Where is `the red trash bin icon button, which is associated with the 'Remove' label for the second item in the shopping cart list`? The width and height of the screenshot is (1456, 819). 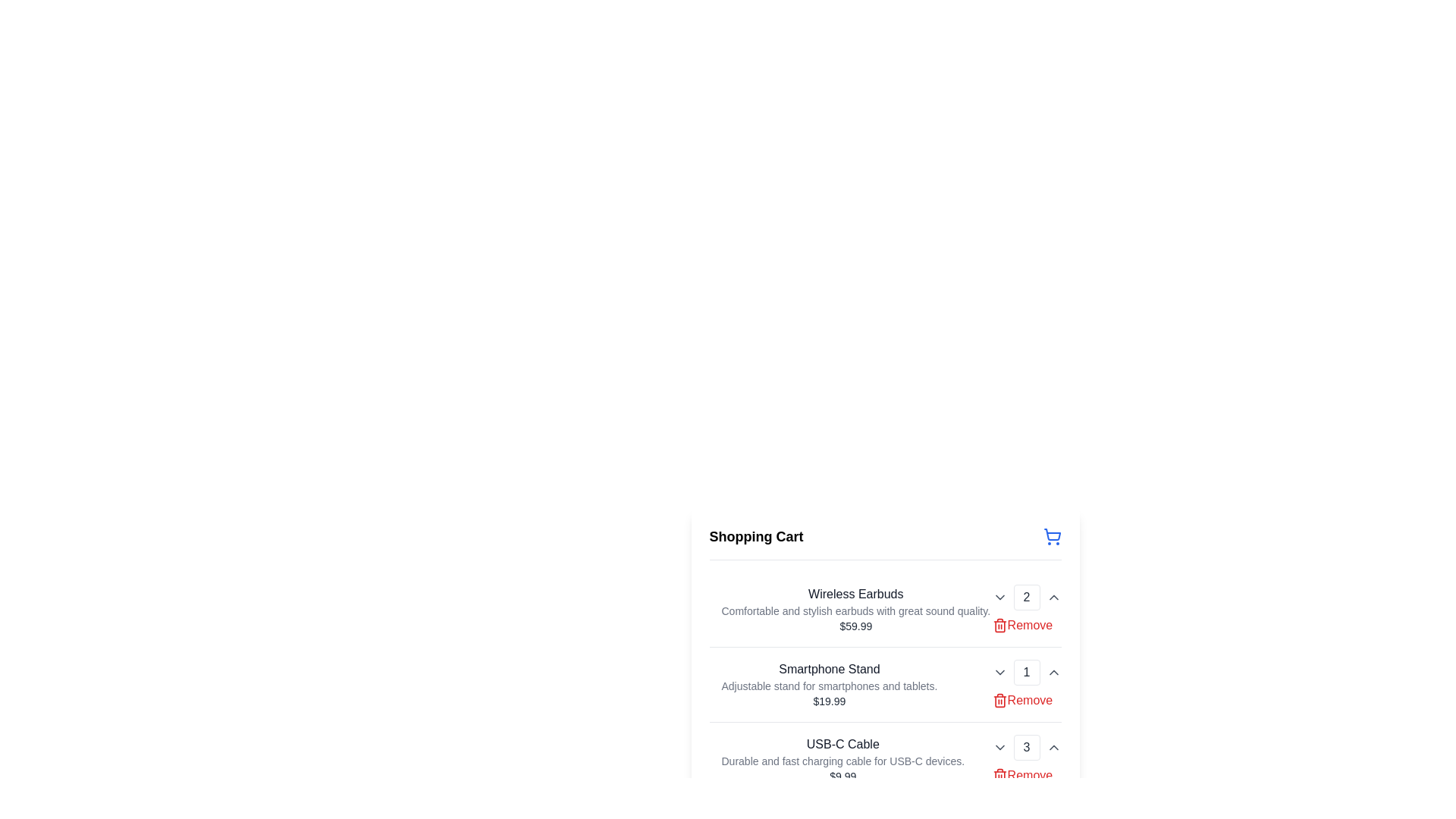 the red trash bin icon button, which is associated with the 'Remove' label for the second item in the shopping cart list is located at coordinates (999, 701).